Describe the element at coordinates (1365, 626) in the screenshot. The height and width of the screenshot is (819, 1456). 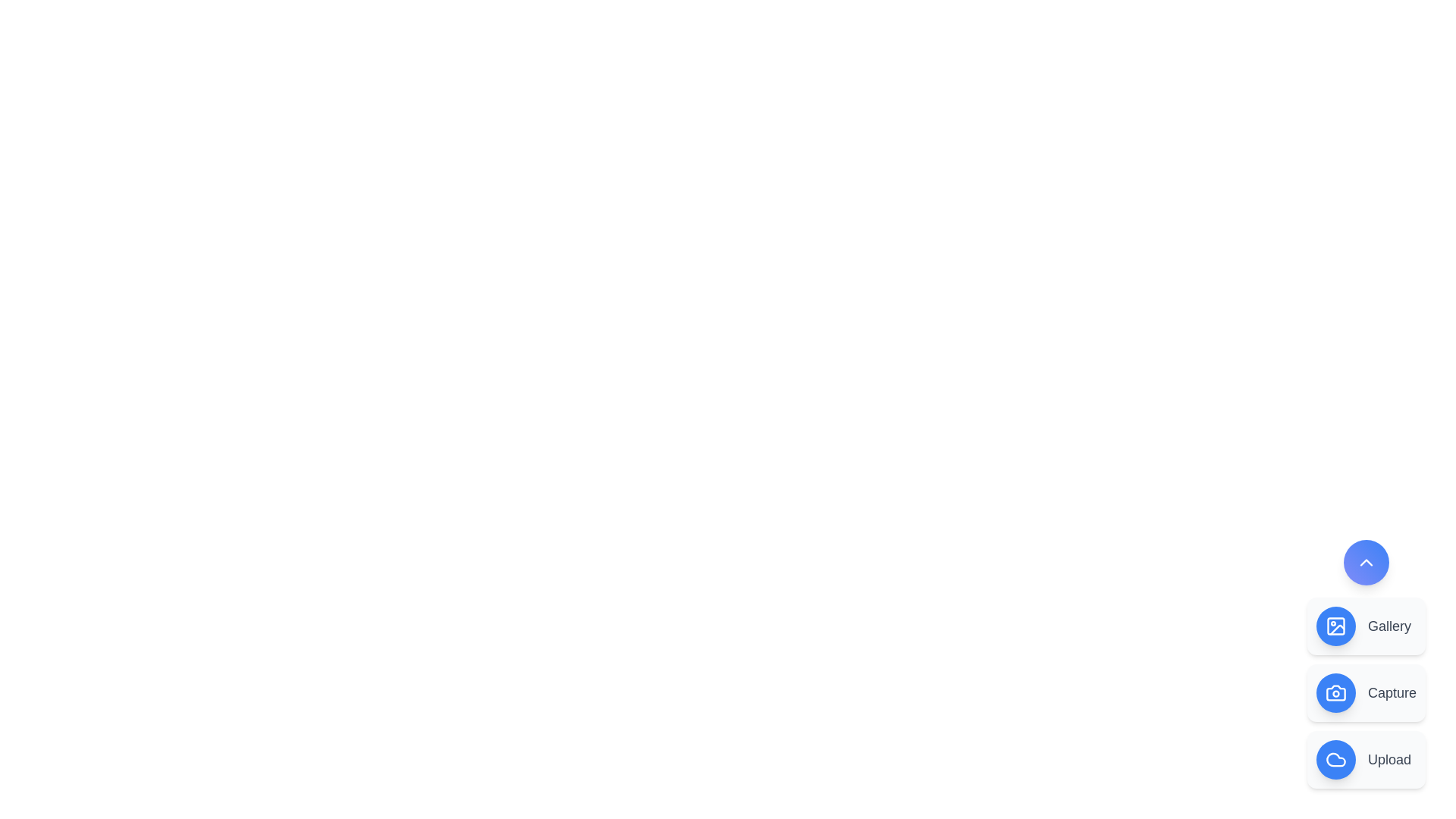
I see `the 'Gallery' option in the menu` at that location.